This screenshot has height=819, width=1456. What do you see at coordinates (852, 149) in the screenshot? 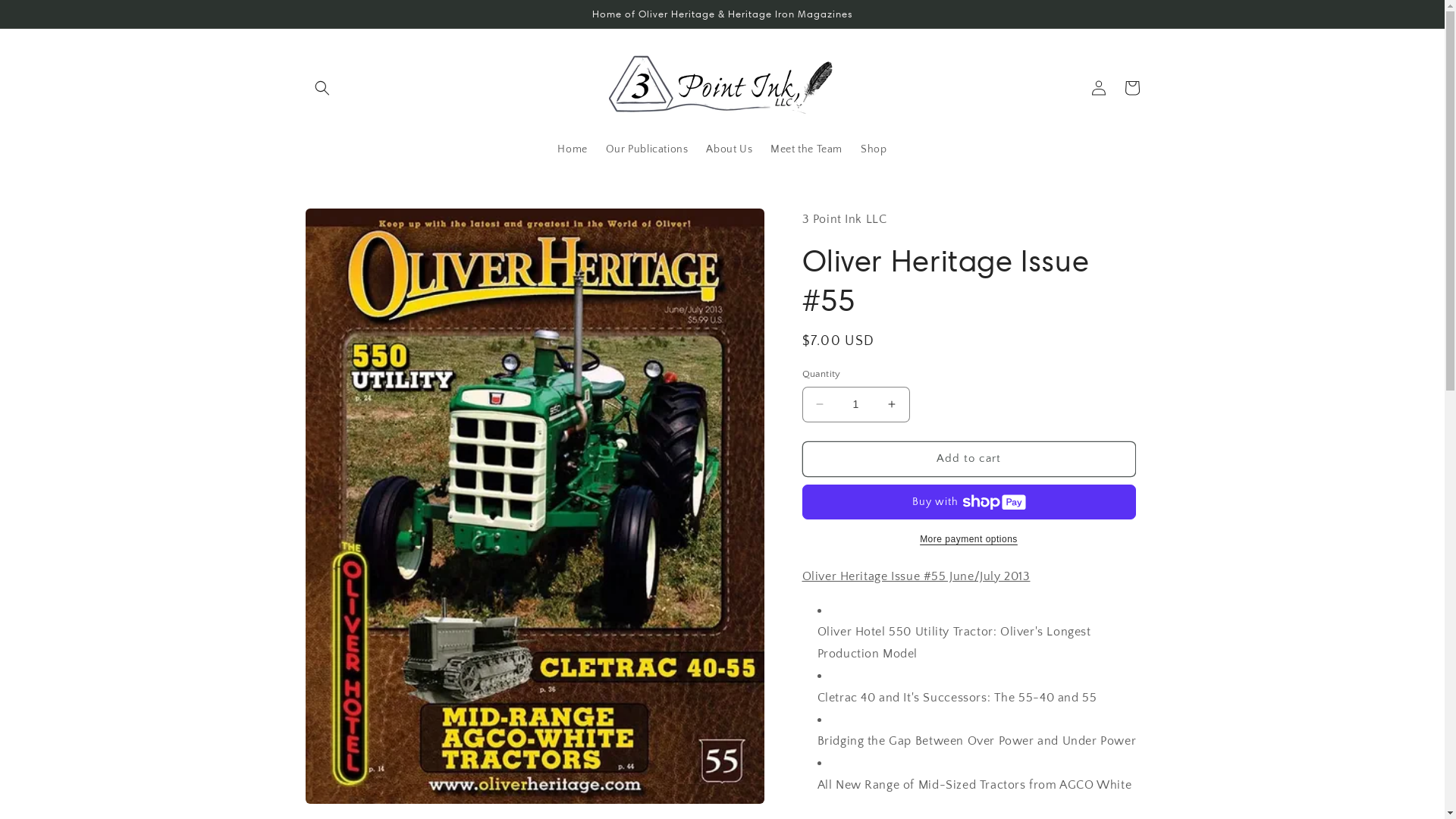
I see `'Shop'` at bounding box center [852, 149].